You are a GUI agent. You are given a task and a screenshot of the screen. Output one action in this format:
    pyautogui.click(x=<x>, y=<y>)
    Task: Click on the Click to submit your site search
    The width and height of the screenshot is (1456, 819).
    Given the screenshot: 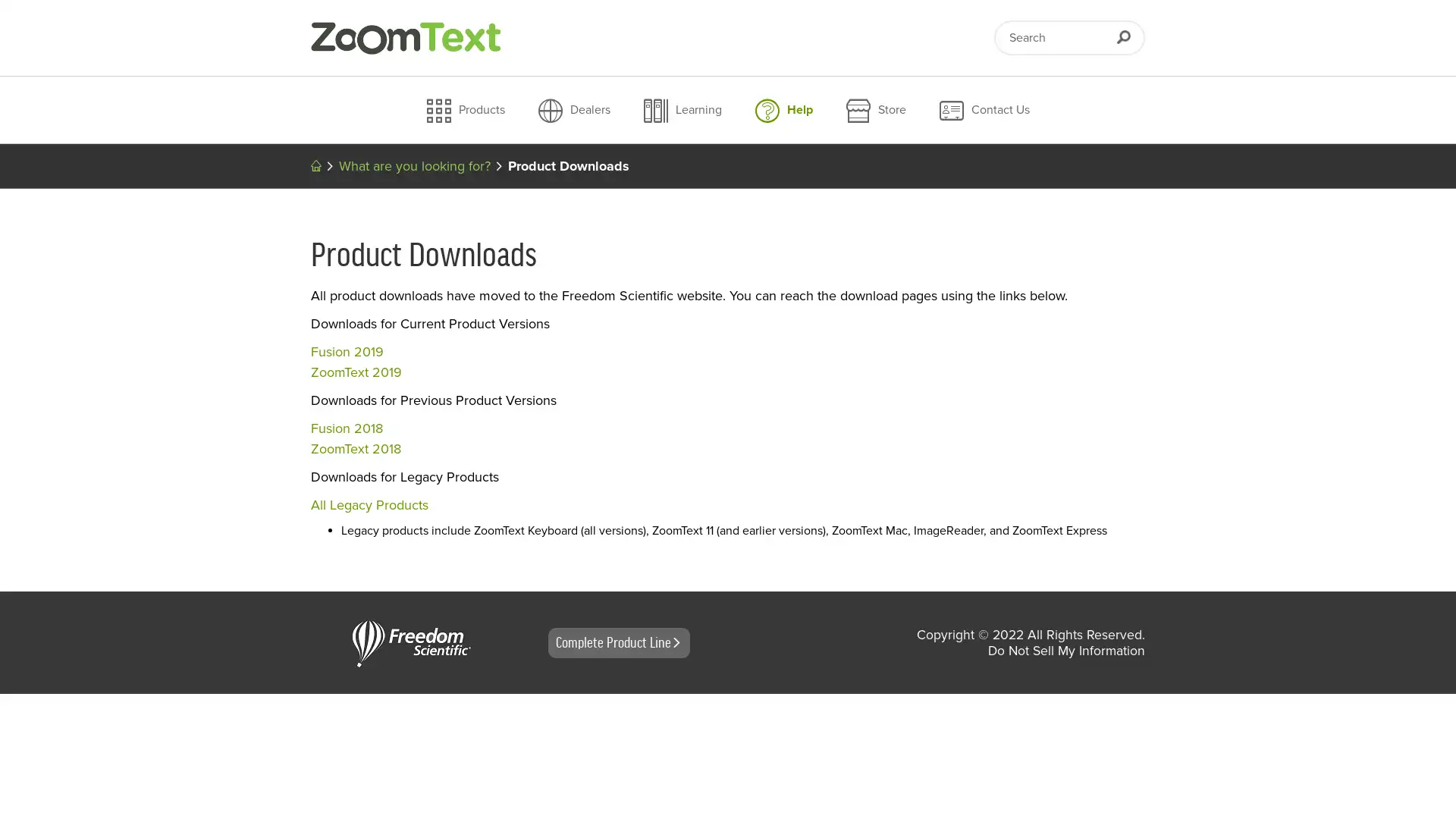 What is the action you would take?
    pyautogui.click(x=1123, y=36)
    